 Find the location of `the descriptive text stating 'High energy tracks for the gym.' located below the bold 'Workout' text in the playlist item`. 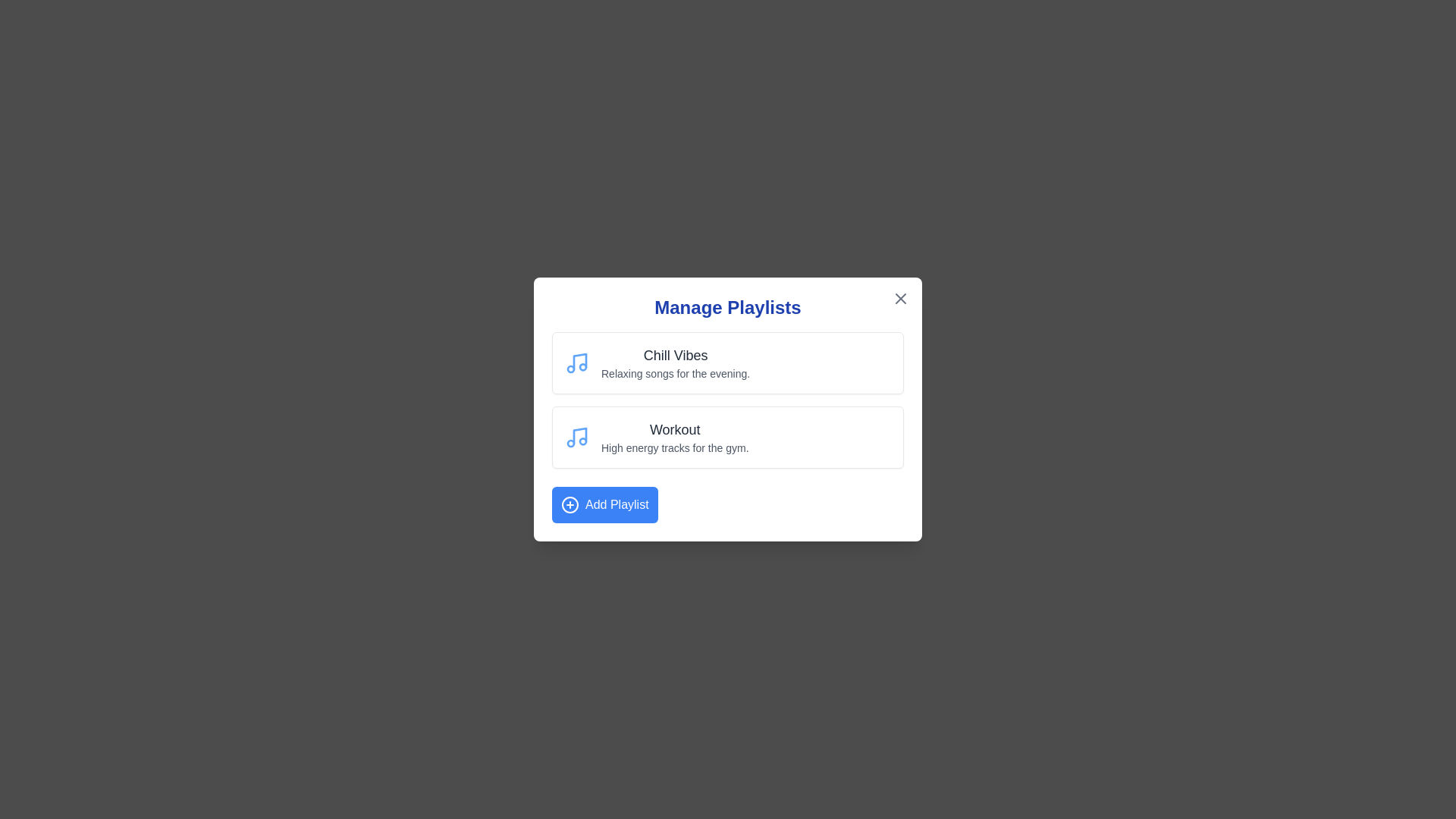

the descriptive text stating 'High energy tracks for the gym.' located below the bold 'Workout' text in the playlist item is located at coordinates (674, 447).